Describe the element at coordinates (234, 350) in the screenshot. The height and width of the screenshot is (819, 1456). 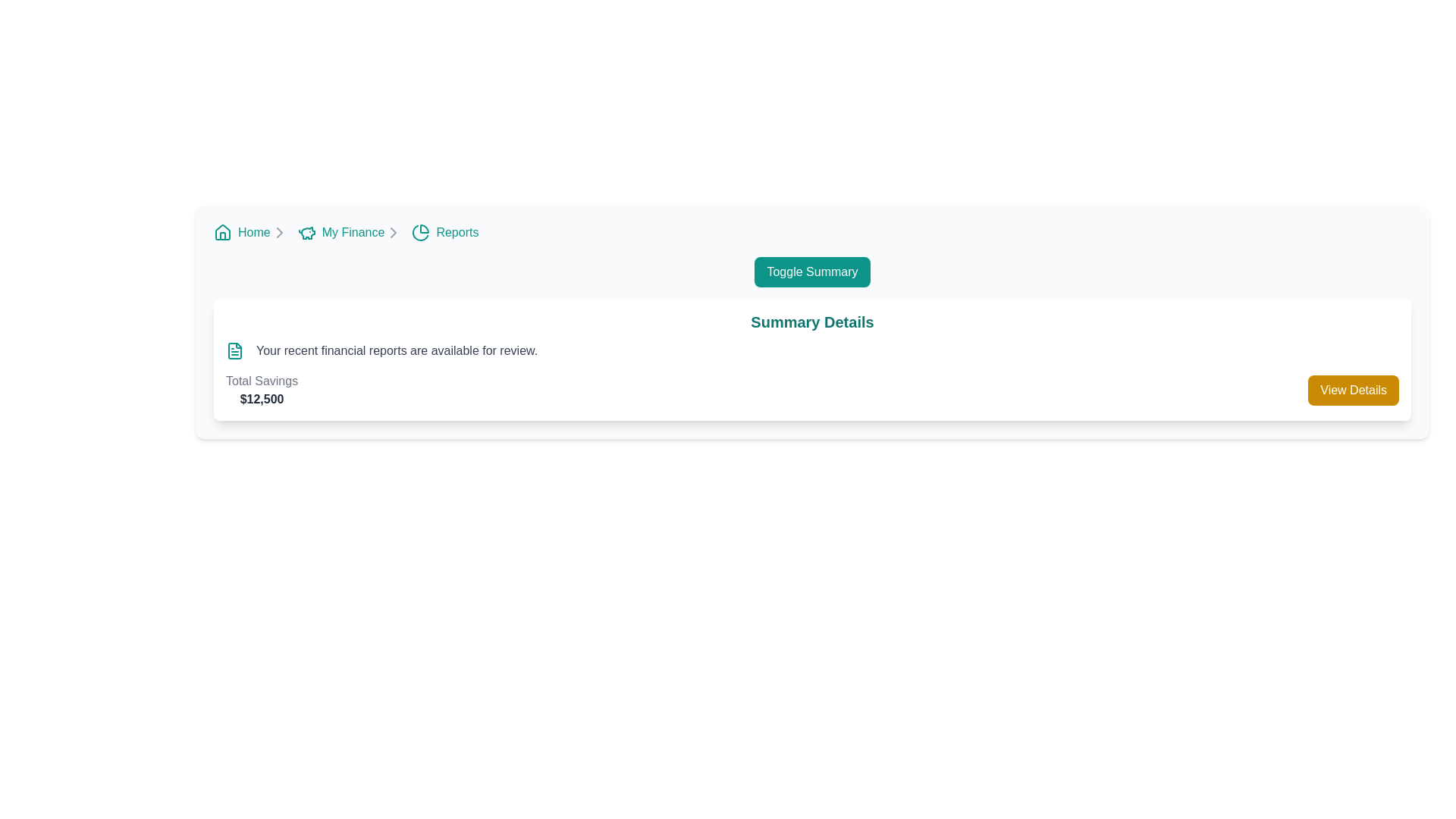
I see `the visual appearance of the report icon located at the beginning of the text line 'Your recent financial reports are available for review.' in the white-paneled section near the top left corner` at that location.